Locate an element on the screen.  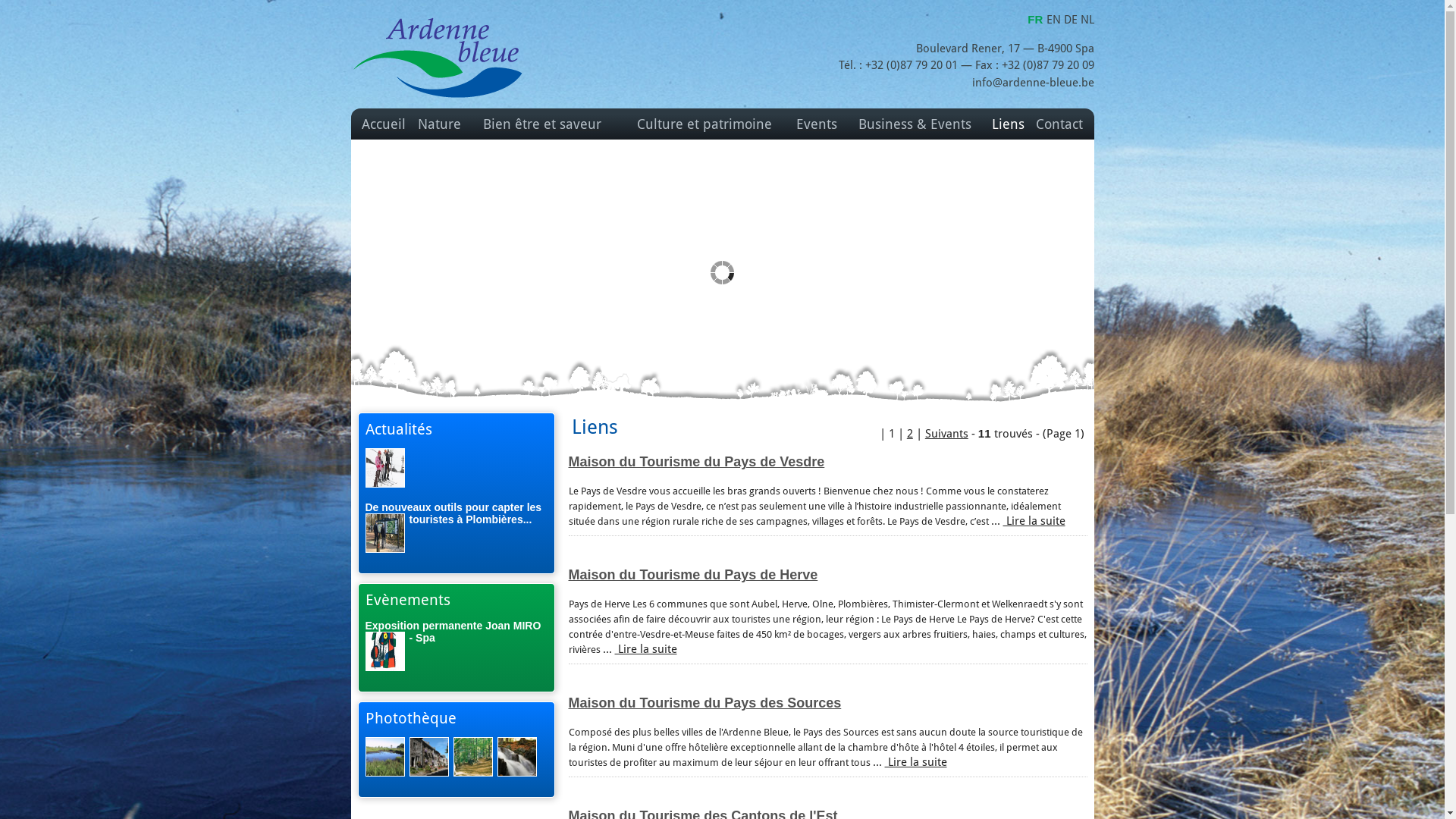
'Maison du Tourisme du Pays de Herve' is located at coordinates (692, 575).